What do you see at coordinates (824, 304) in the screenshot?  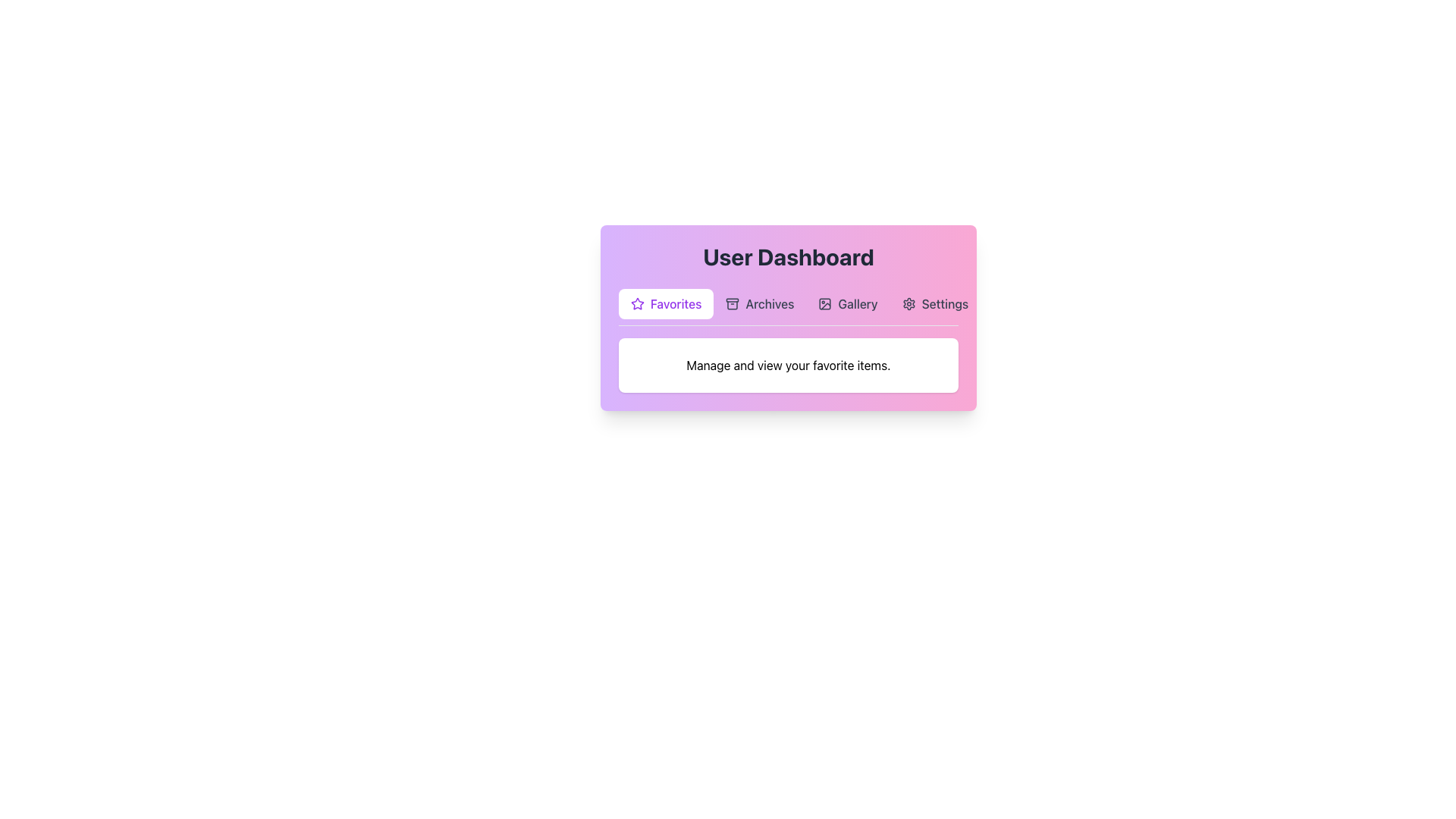 I see `the SVG icon depicting a picture frame located in the navigational menu bar of the User Dashboard` at bounding box center [824, 304].